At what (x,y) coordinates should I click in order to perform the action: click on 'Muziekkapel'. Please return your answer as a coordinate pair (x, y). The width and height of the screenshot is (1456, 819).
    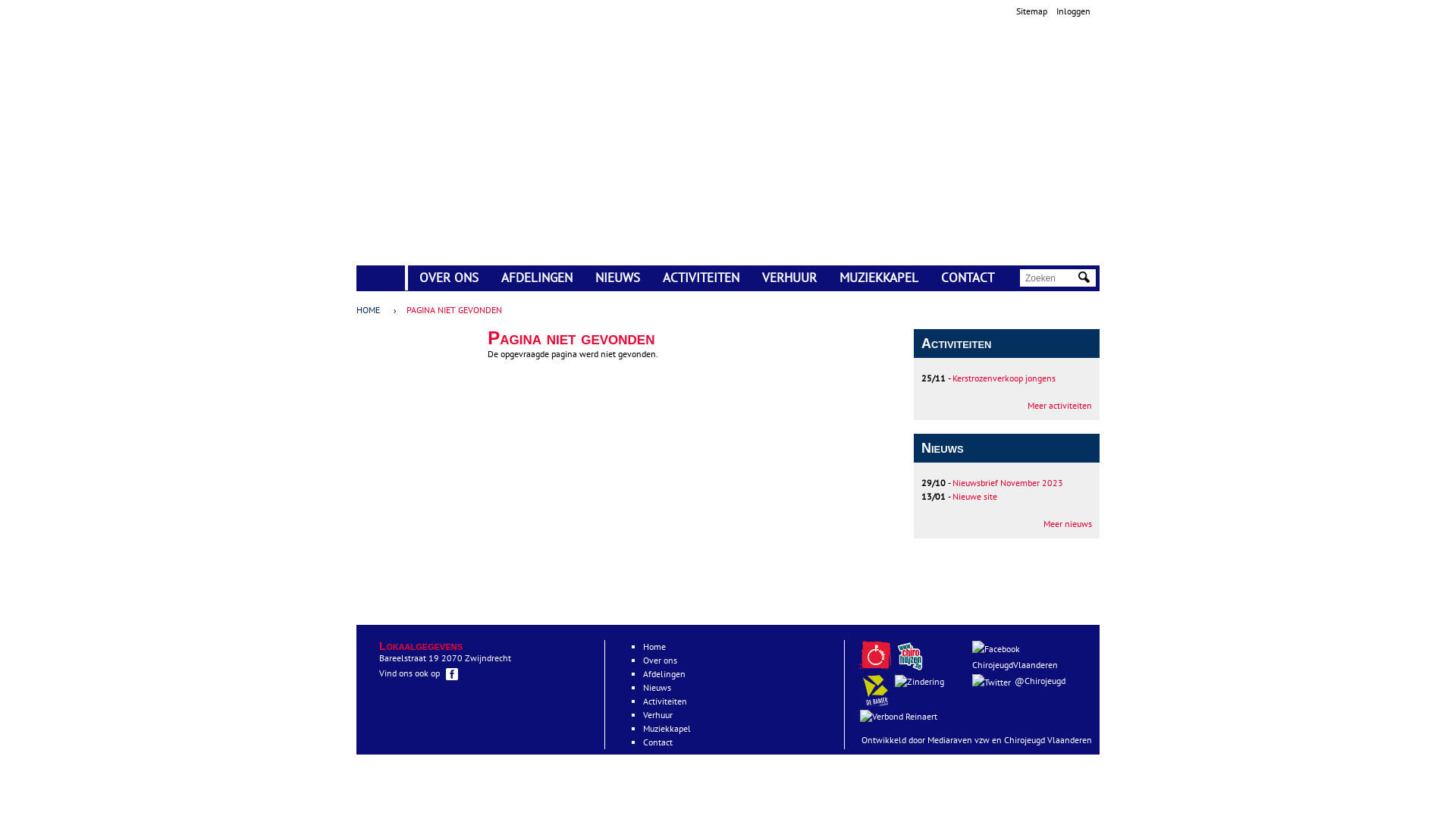
    Looking at the image, I should click on (667, 727).